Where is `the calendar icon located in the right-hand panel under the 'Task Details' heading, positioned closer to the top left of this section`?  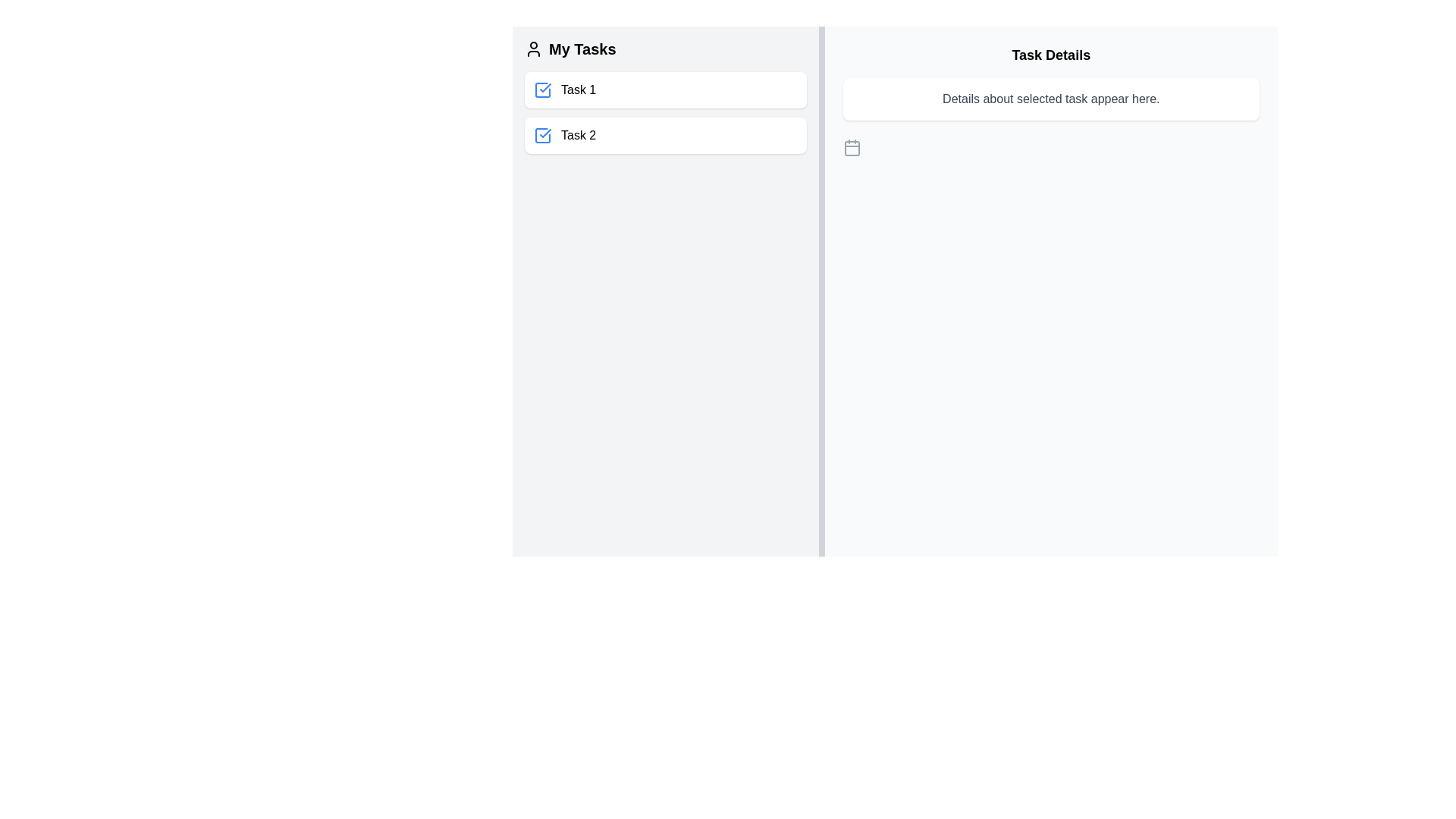
the calendar icon located in the right-hand panel under the 'Task Details' heading, positioned closer to the top left of this section is located at coordinates (852, 148).